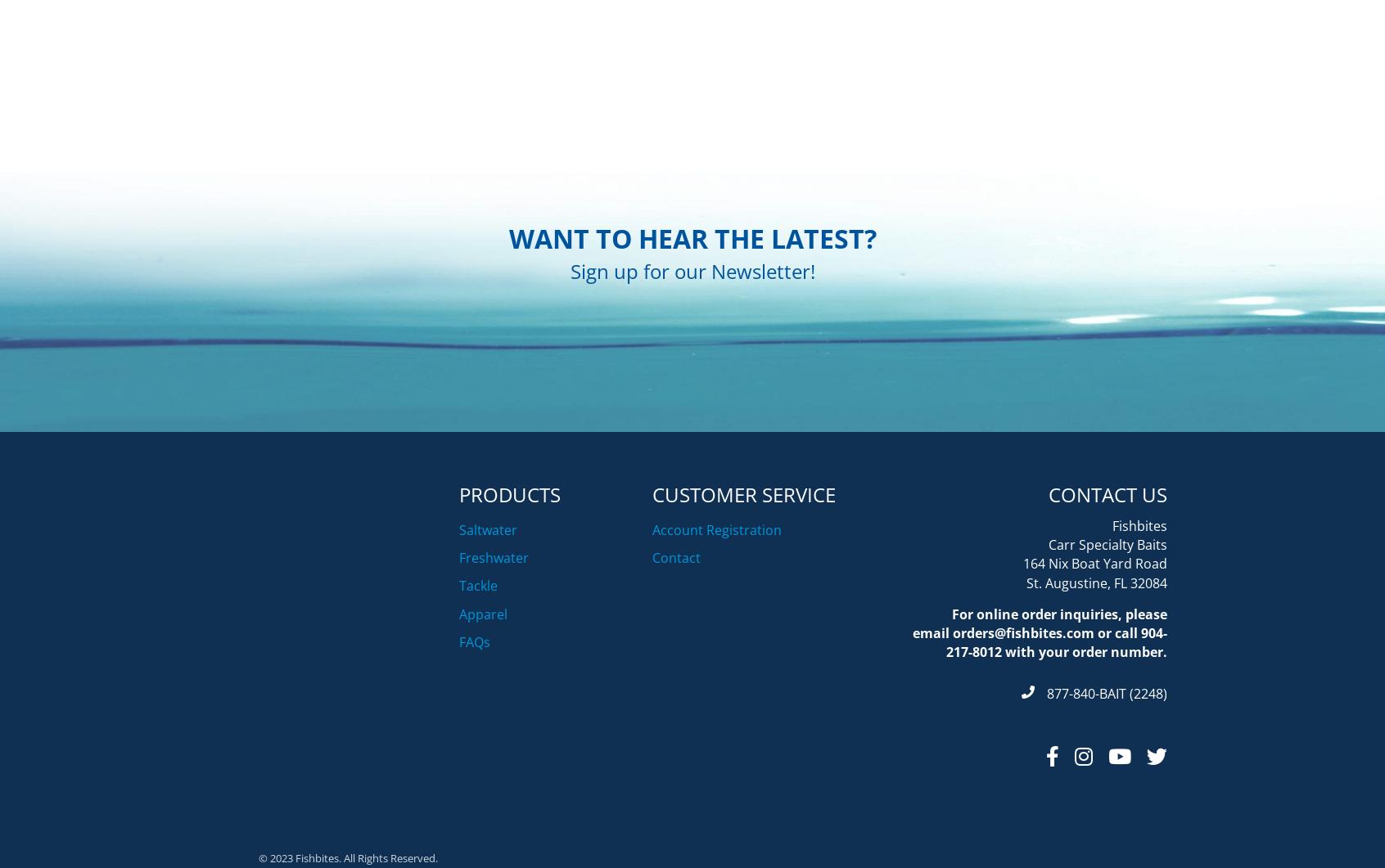 The width and height of the screenshot is (1385, 868). Describe the element at coordinates (951, 713) in the screenshot. I see `'orders@fishbites.com'` at that location.